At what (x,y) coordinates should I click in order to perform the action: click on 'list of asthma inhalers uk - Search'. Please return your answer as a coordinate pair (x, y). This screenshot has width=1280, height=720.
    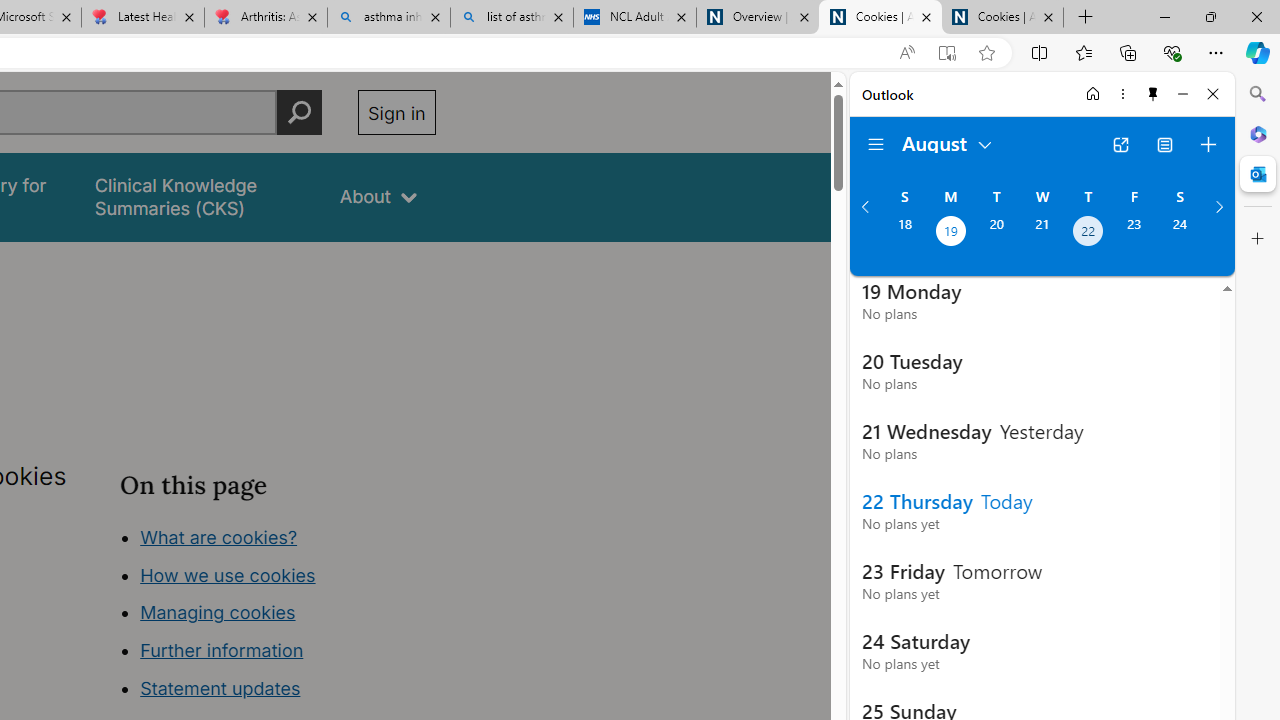
    Looking at the image, I should click on (512, 17).